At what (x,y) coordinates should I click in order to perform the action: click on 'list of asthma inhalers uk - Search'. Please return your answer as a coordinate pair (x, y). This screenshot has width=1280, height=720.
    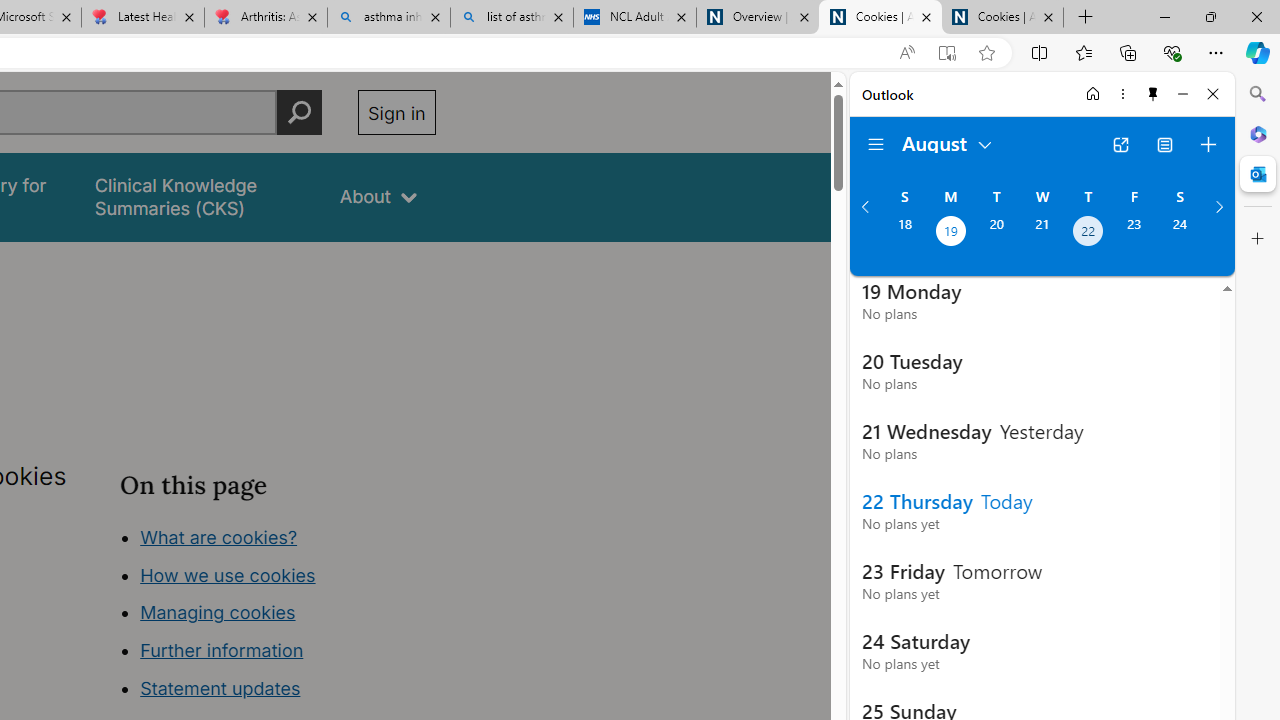
    Looking at the image, I should click on (512, 17).